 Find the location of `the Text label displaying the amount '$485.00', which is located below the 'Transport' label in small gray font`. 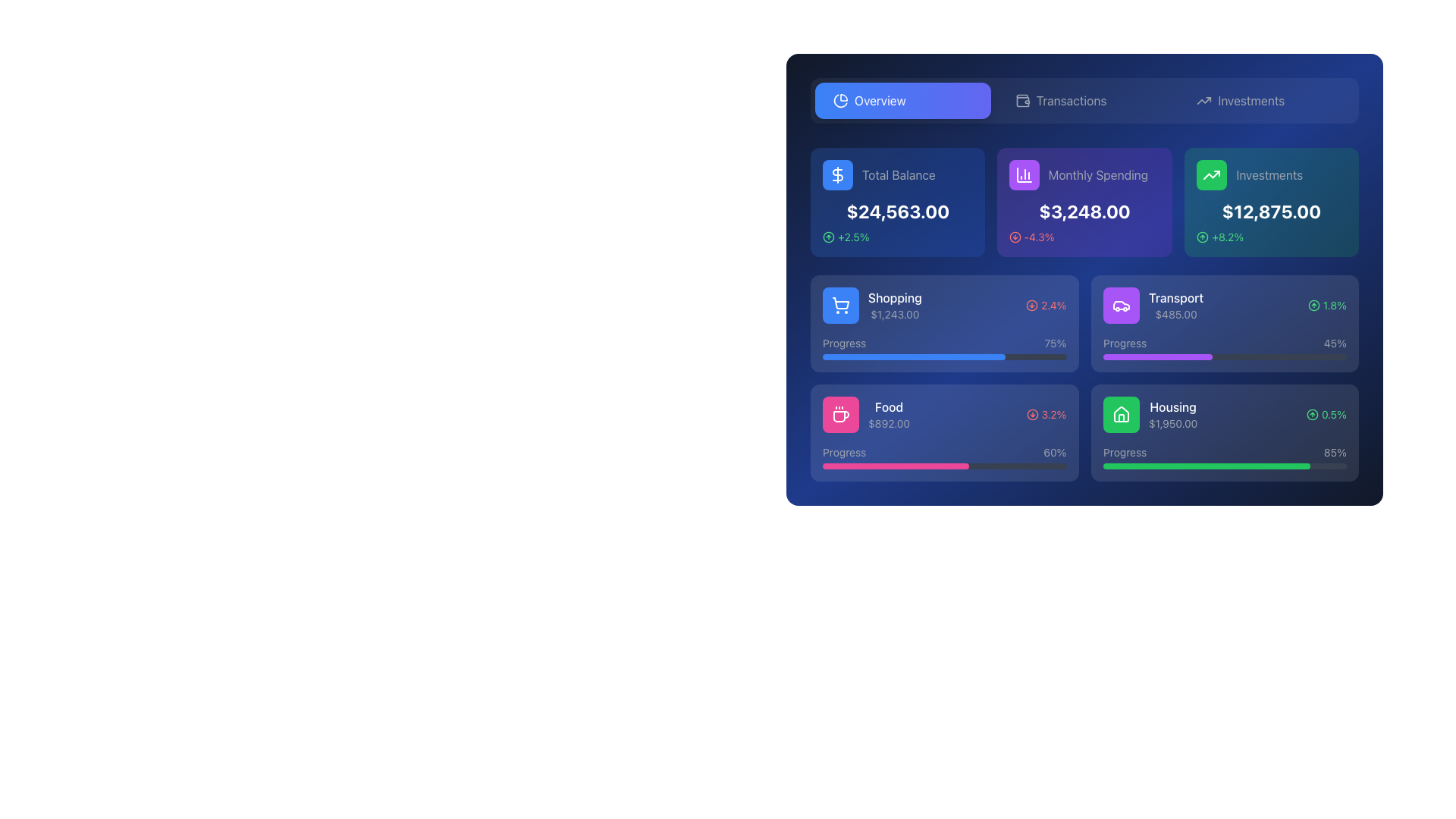

the Text label displaying the amount '$485.00', which is located below the 'Transport' label in small gray font is located at coordinates (1175, 314).